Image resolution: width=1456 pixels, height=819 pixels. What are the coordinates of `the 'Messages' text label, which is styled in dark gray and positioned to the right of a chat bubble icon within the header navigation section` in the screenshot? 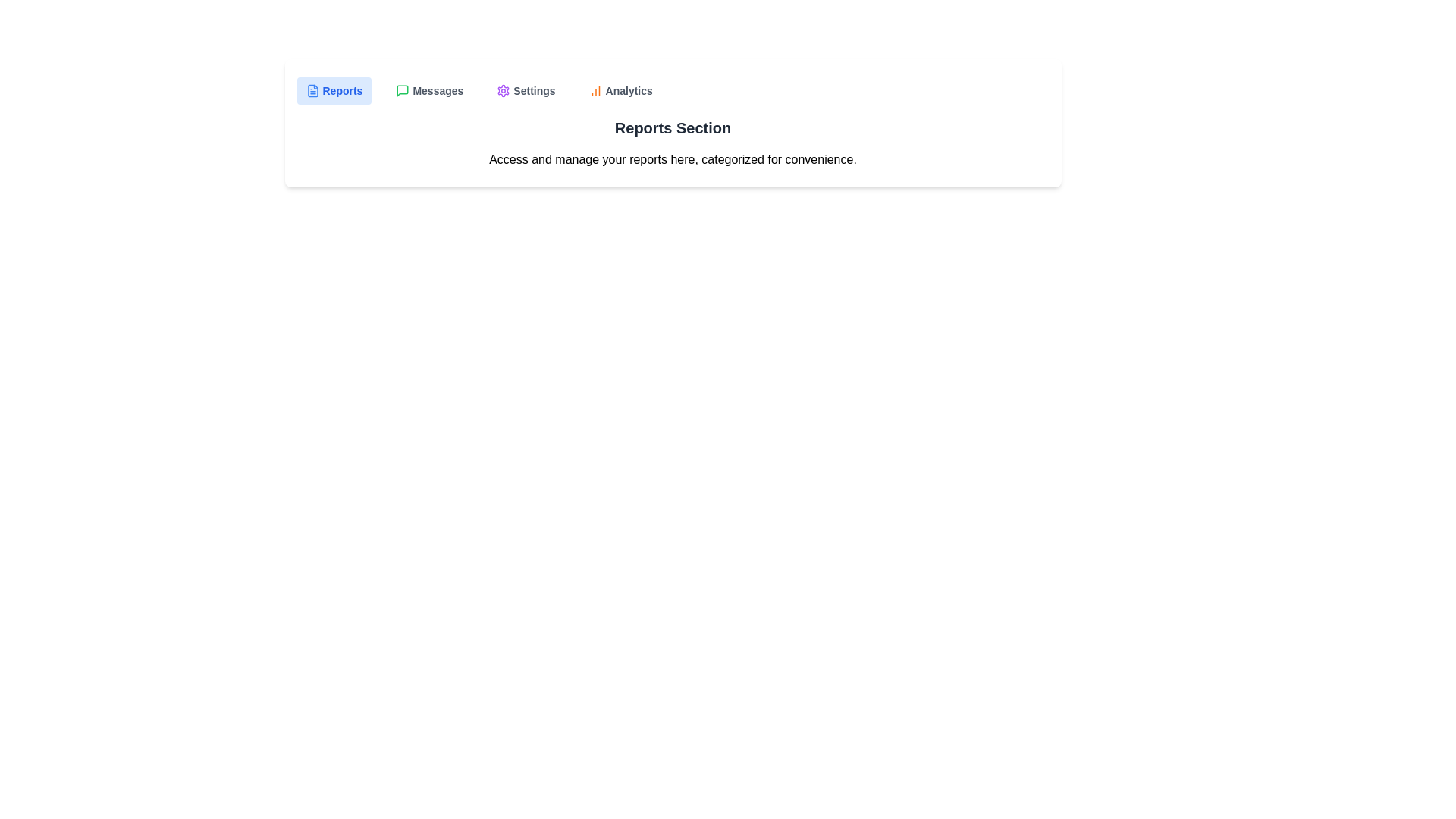 It's located at (437, 90).